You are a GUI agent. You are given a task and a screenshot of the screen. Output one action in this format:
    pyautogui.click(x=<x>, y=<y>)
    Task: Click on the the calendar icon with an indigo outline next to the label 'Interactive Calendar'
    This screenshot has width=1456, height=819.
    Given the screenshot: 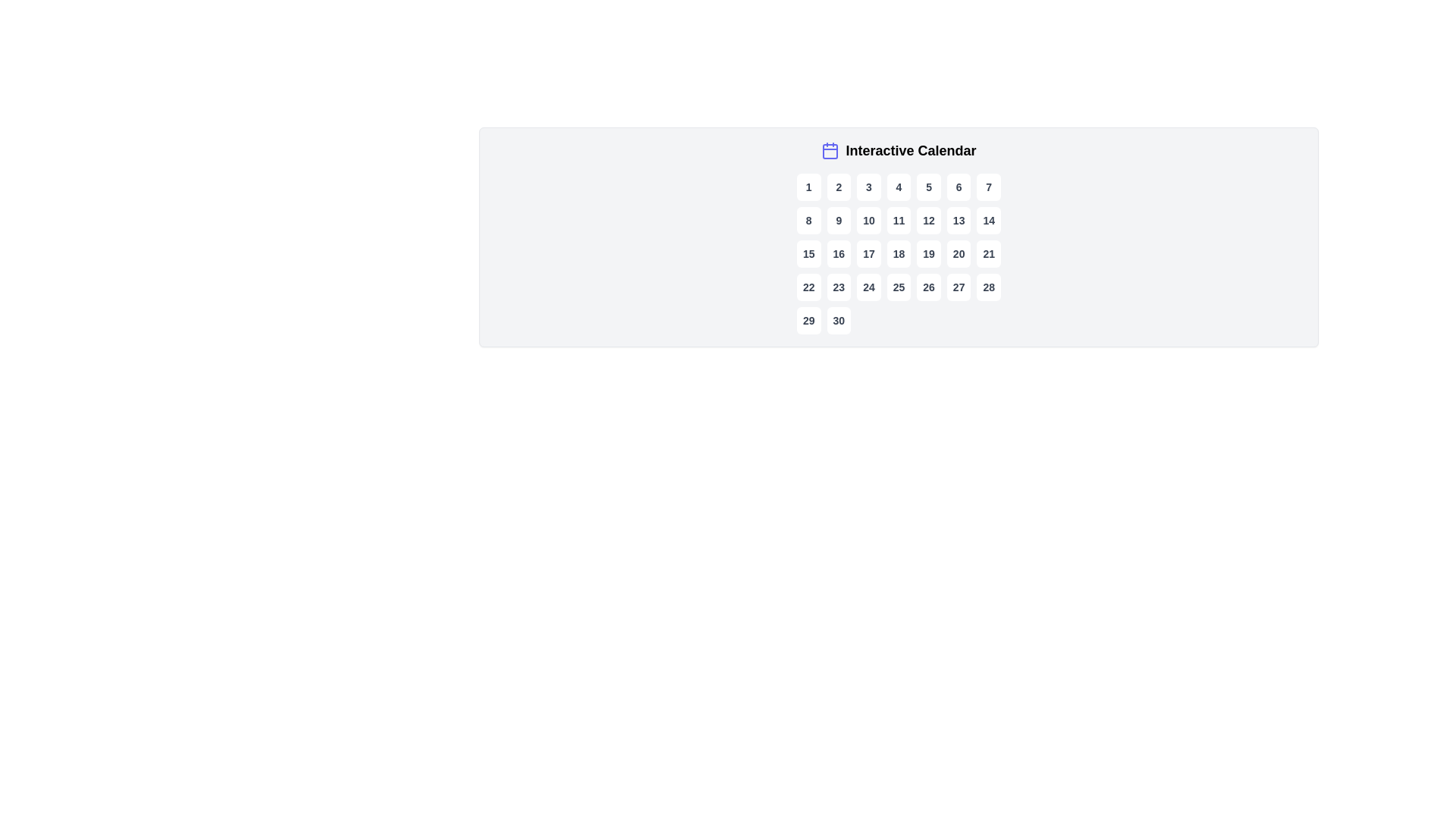 What is the action you would take?
    pyautogui.click(x=830, y=151)
    